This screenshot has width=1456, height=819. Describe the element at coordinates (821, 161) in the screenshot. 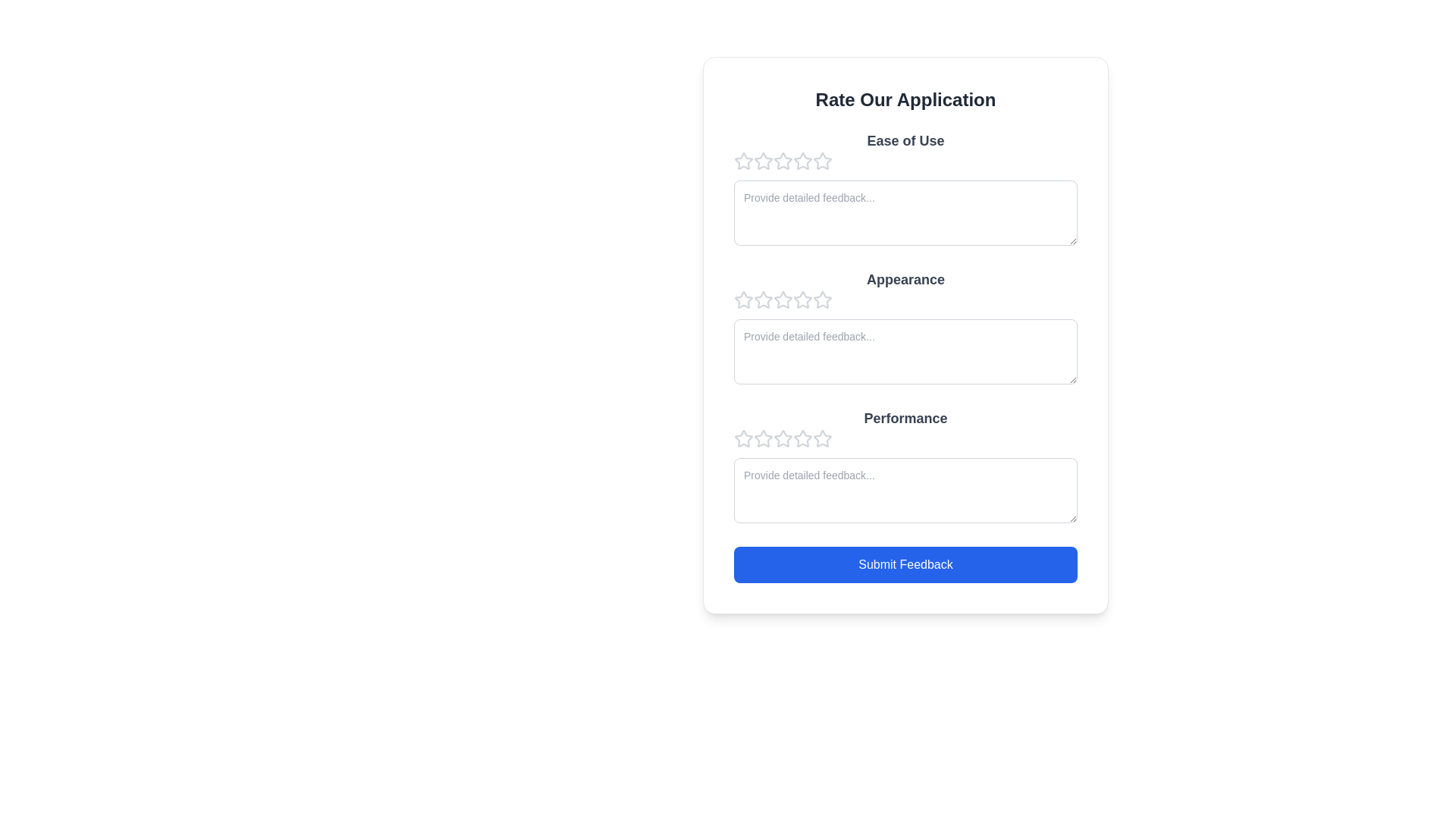

I see `the 5th star in the 'Ease of Use' rating bar to give a rating` at that location.